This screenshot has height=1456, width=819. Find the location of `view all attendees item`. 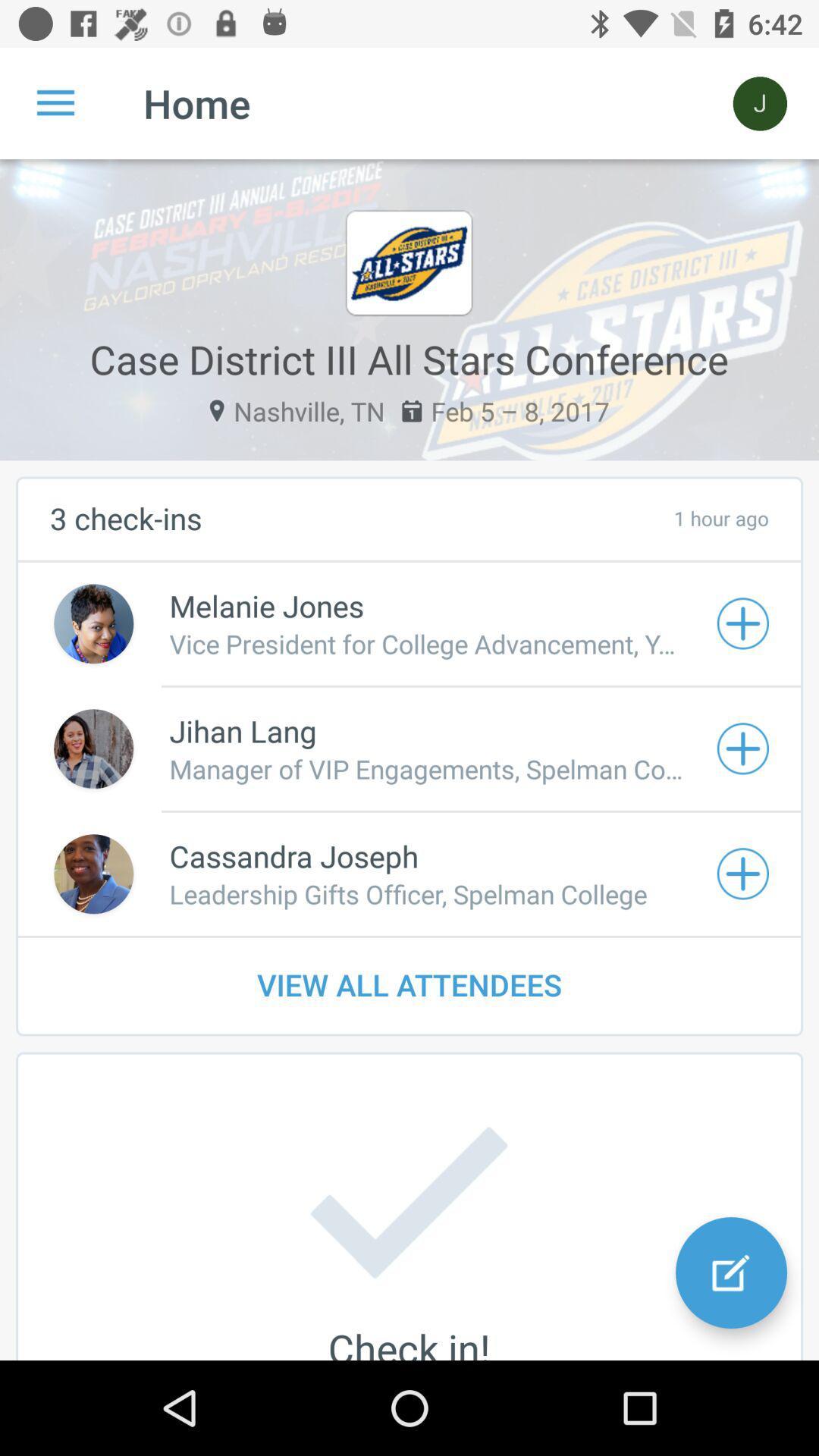

view all attendees item is located at coordinates (409, 984).